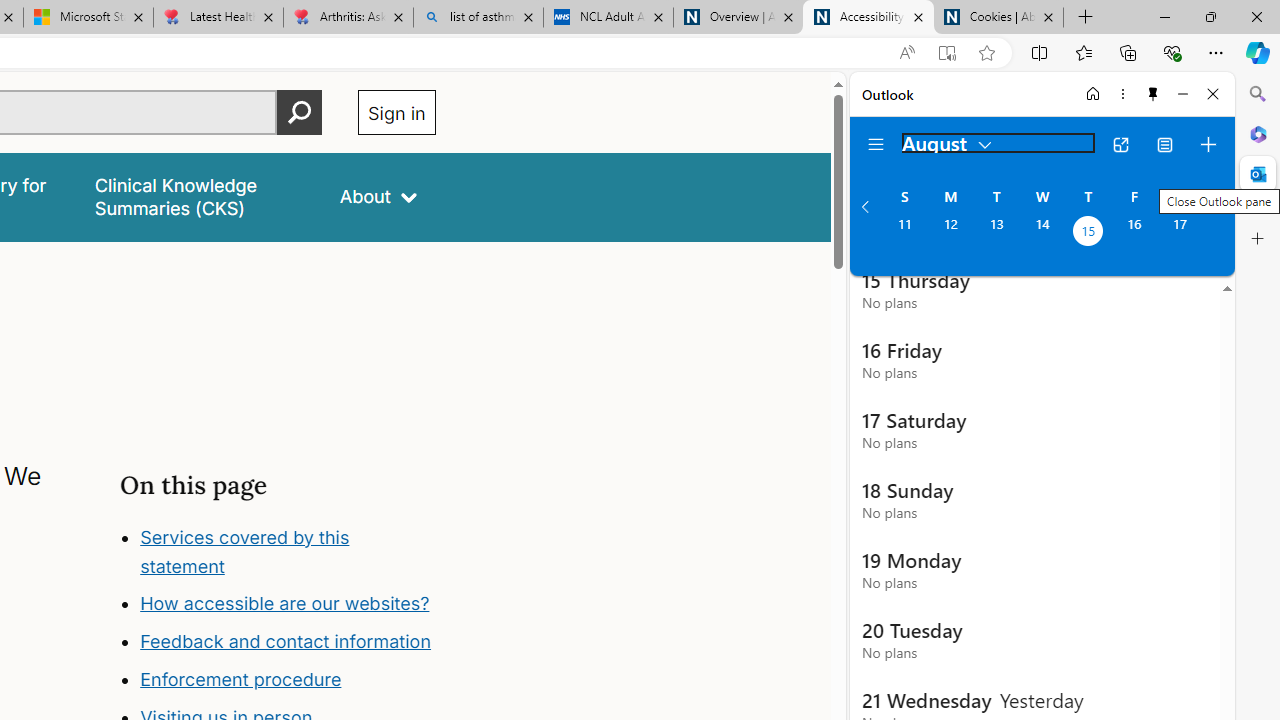 The image size is (1280, 720). What do you see at coordinates (240, 679) in the screenshot?
I see `'Enforcement procedure'` at bounding box center [240, 679].